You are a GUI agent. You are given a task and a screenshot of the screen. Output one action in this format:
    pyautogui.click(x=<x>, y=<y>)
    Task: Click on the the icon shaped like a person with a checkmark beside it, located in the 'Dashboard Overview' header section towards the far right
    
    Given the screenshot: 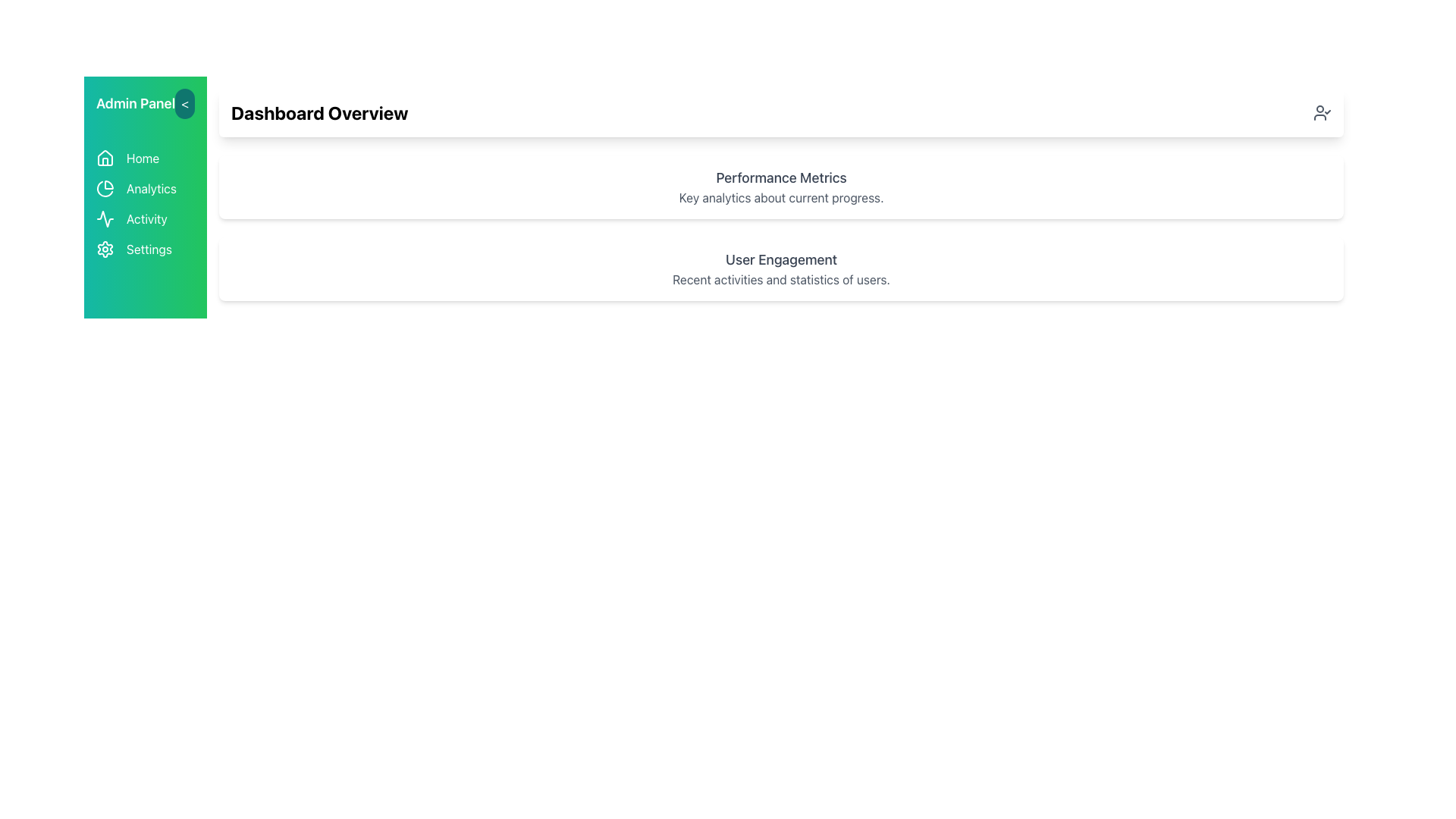 What is the action you would take?
    pyautogui.click(x=1321, y=112)
    